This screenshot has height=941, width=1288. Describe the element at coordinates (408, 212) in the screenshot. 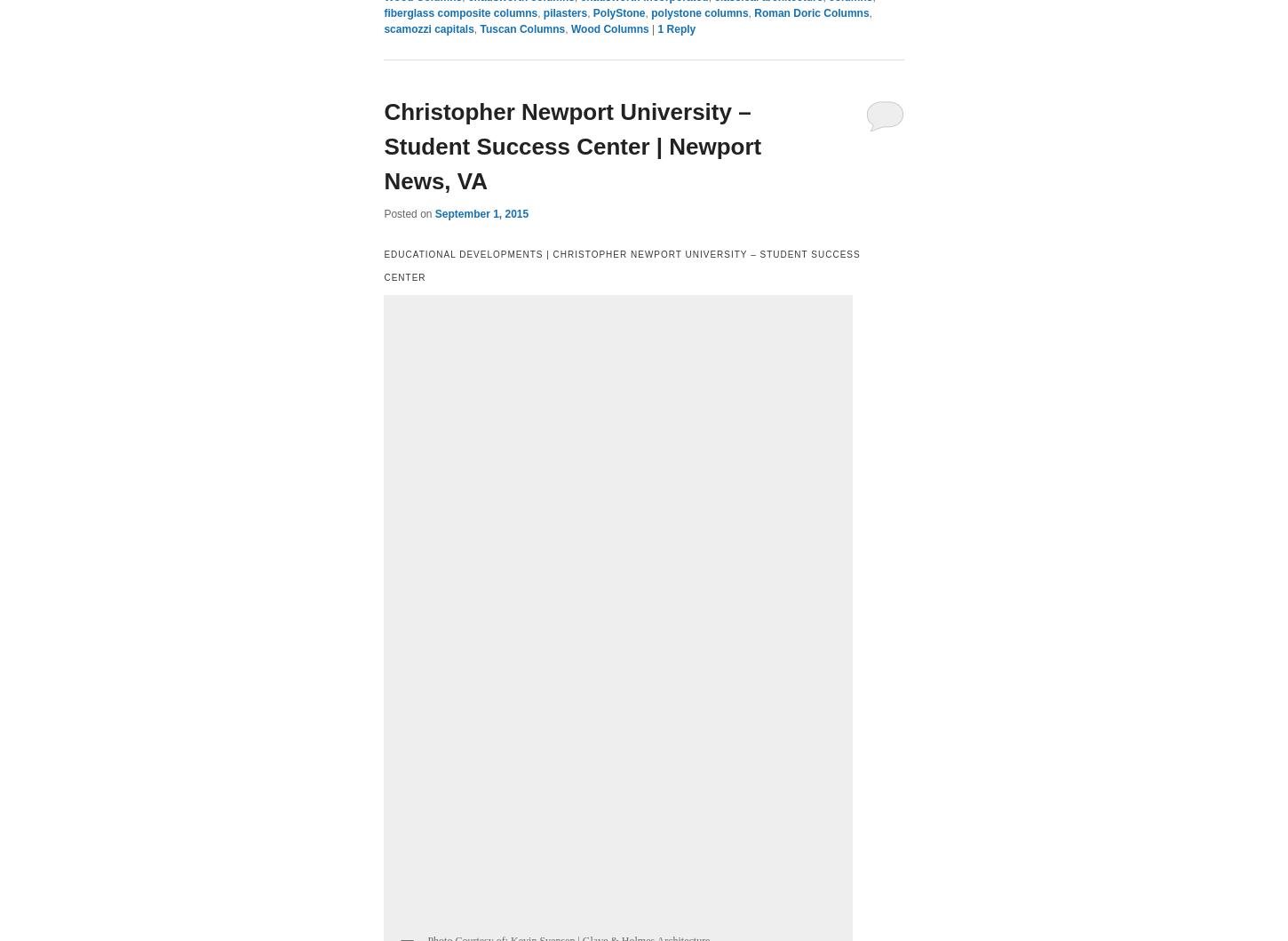

I see `'Posted on'` at that location.